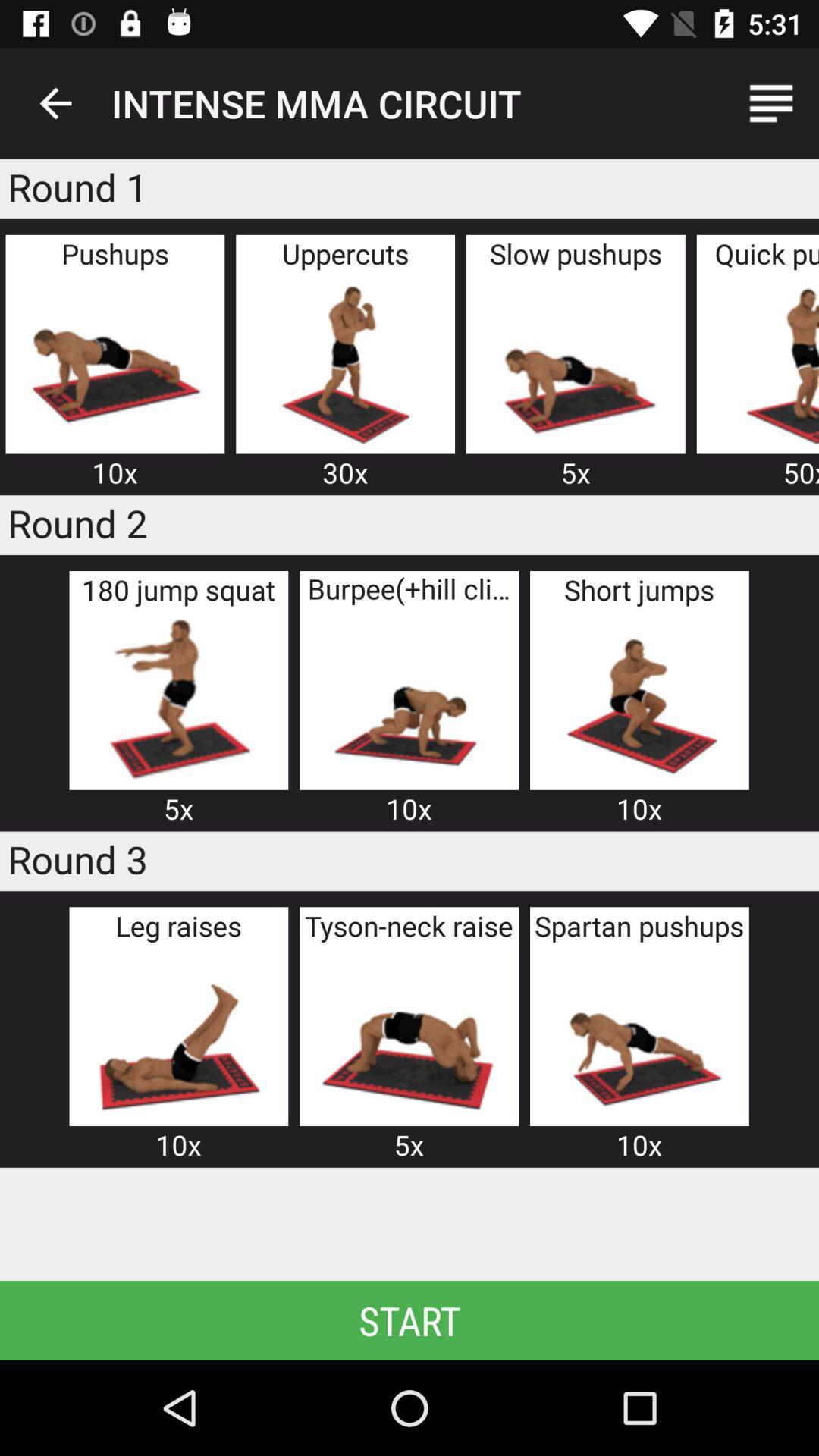 The width and height of the screenshot is (819, 1456). I want to click on intense mma circuit 30k, so click(345, 362).